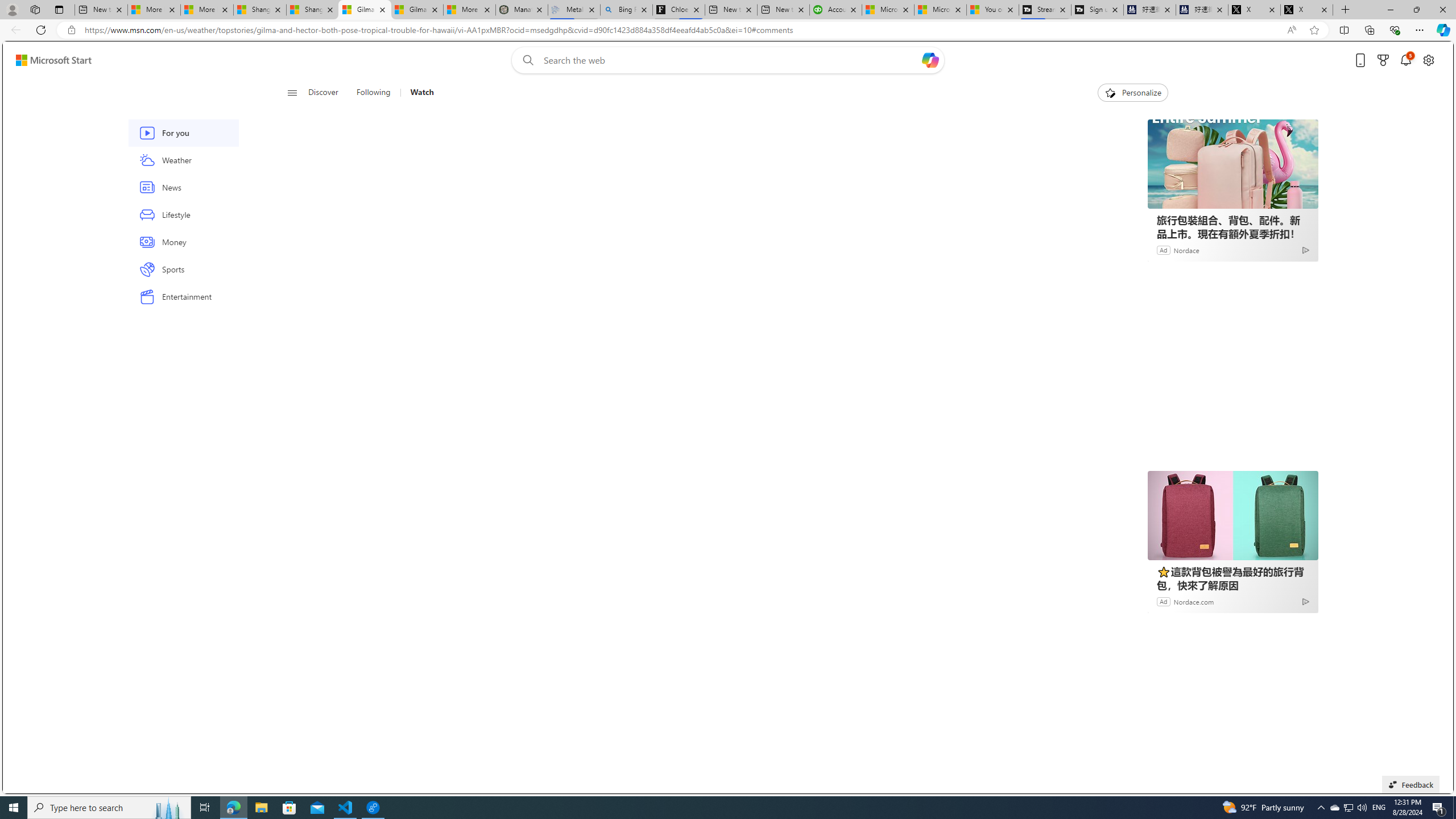 The image size is (1456, 819). I want to click on 'Enter your search term', so click(730, 59).